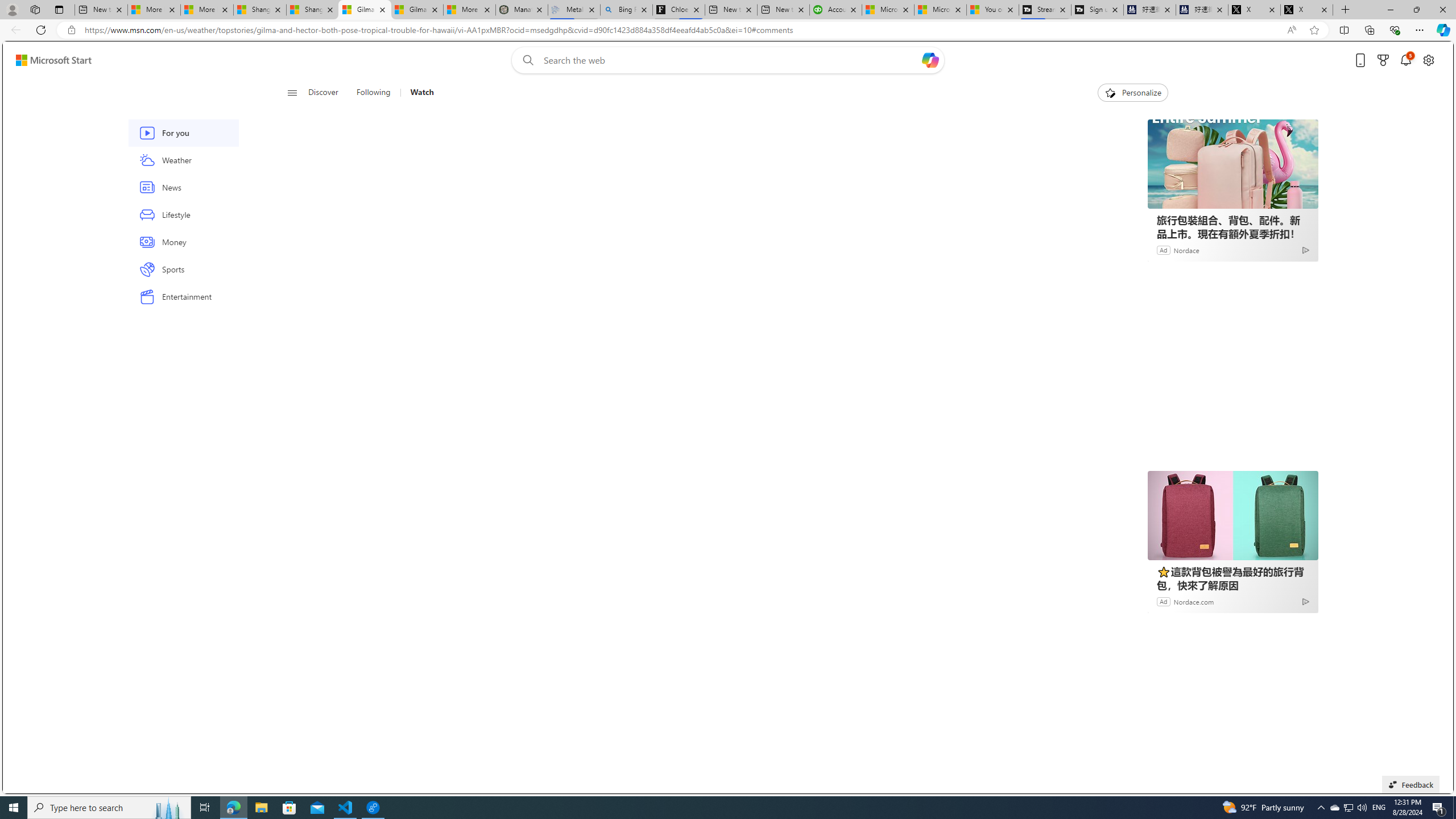 The image size is (1456, 819). I want to click on 'Enter your search term', so click(730, 59).